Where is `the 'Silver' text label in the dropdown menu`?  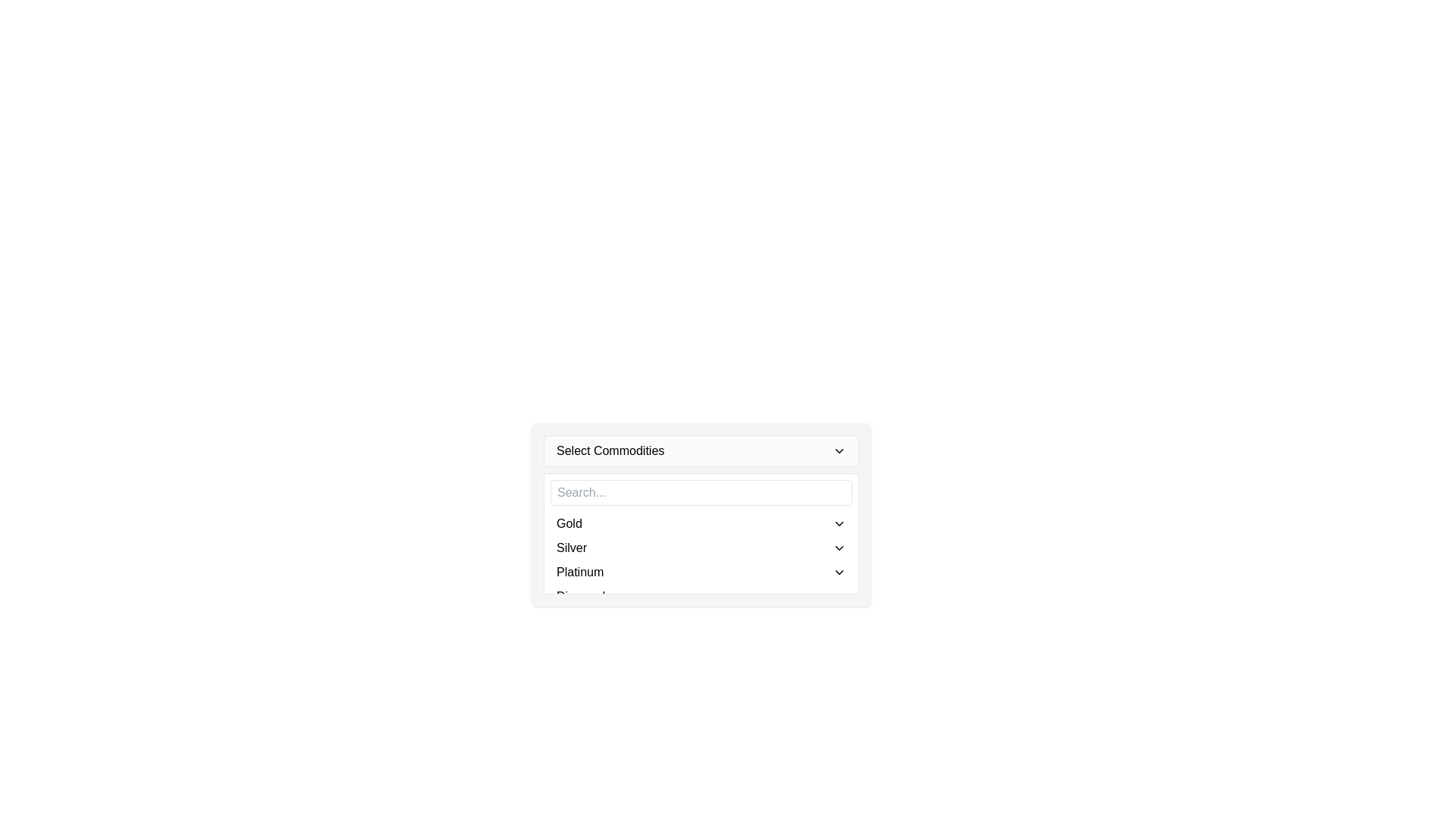 the 'Silver' text label in the dropdown menu is located at coordinates (570, 548).